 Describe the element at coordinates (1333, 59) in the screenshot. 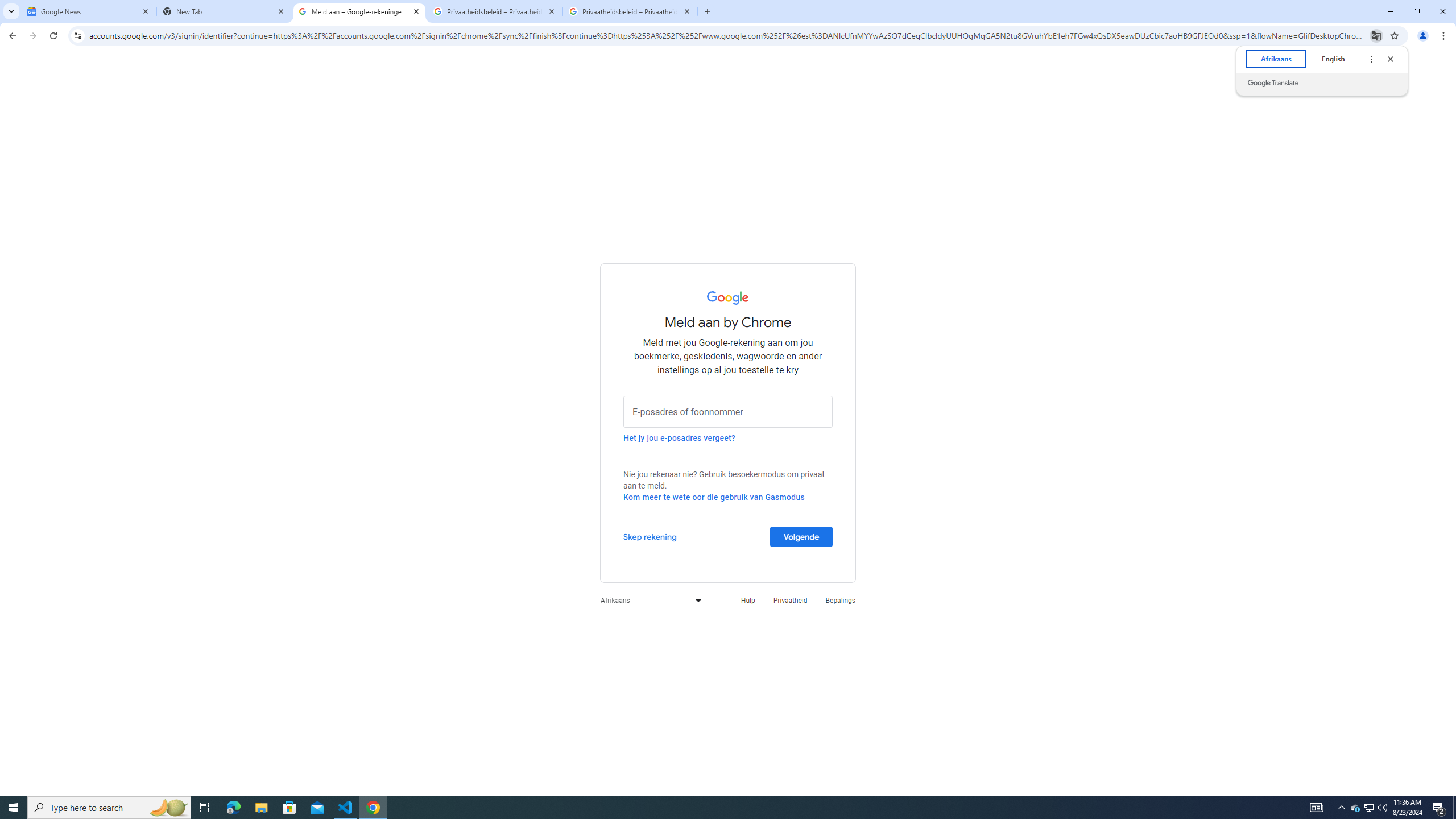

I see `'English'` at that location.